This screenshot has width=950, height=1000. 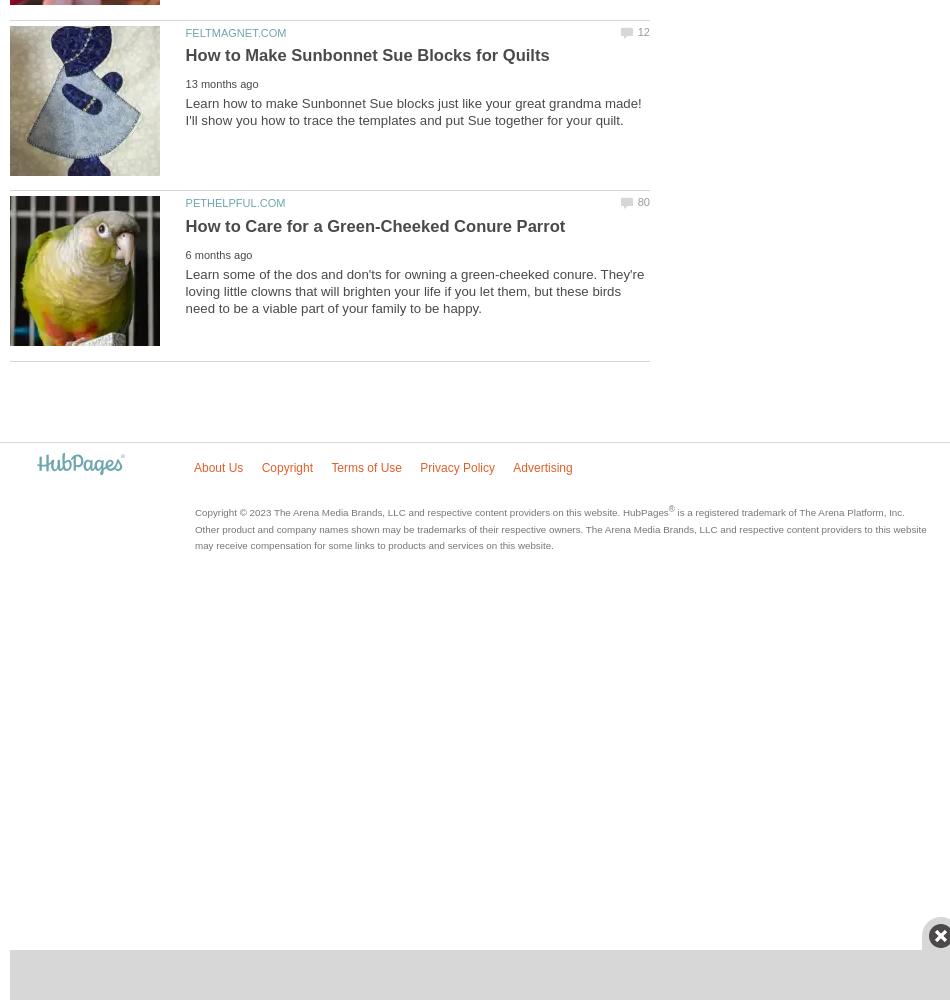 I want to click on 'Copyright', so click(x=259, y=466).